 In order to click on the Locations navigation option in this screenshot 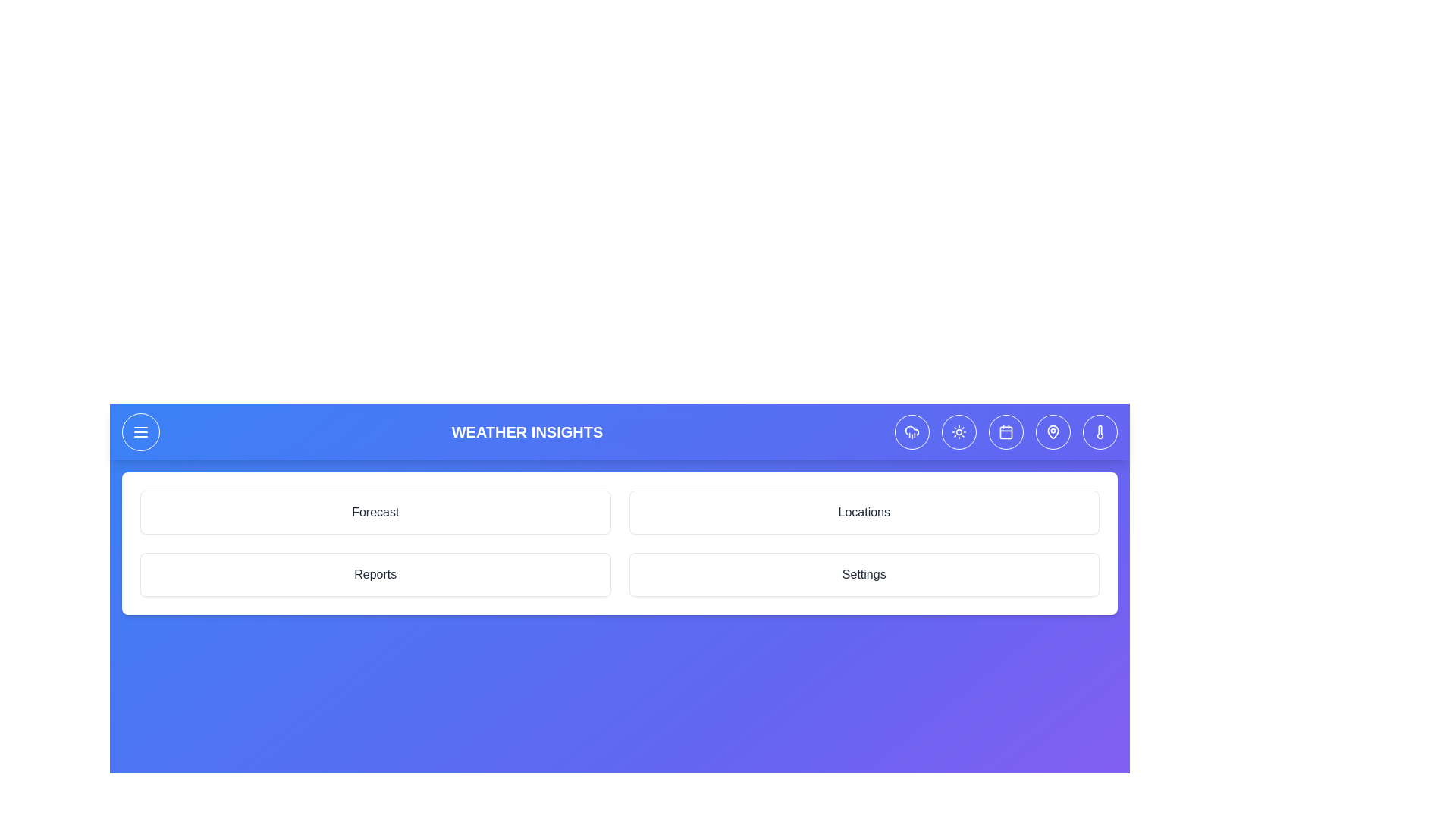, I will do `click(864, 512)`.